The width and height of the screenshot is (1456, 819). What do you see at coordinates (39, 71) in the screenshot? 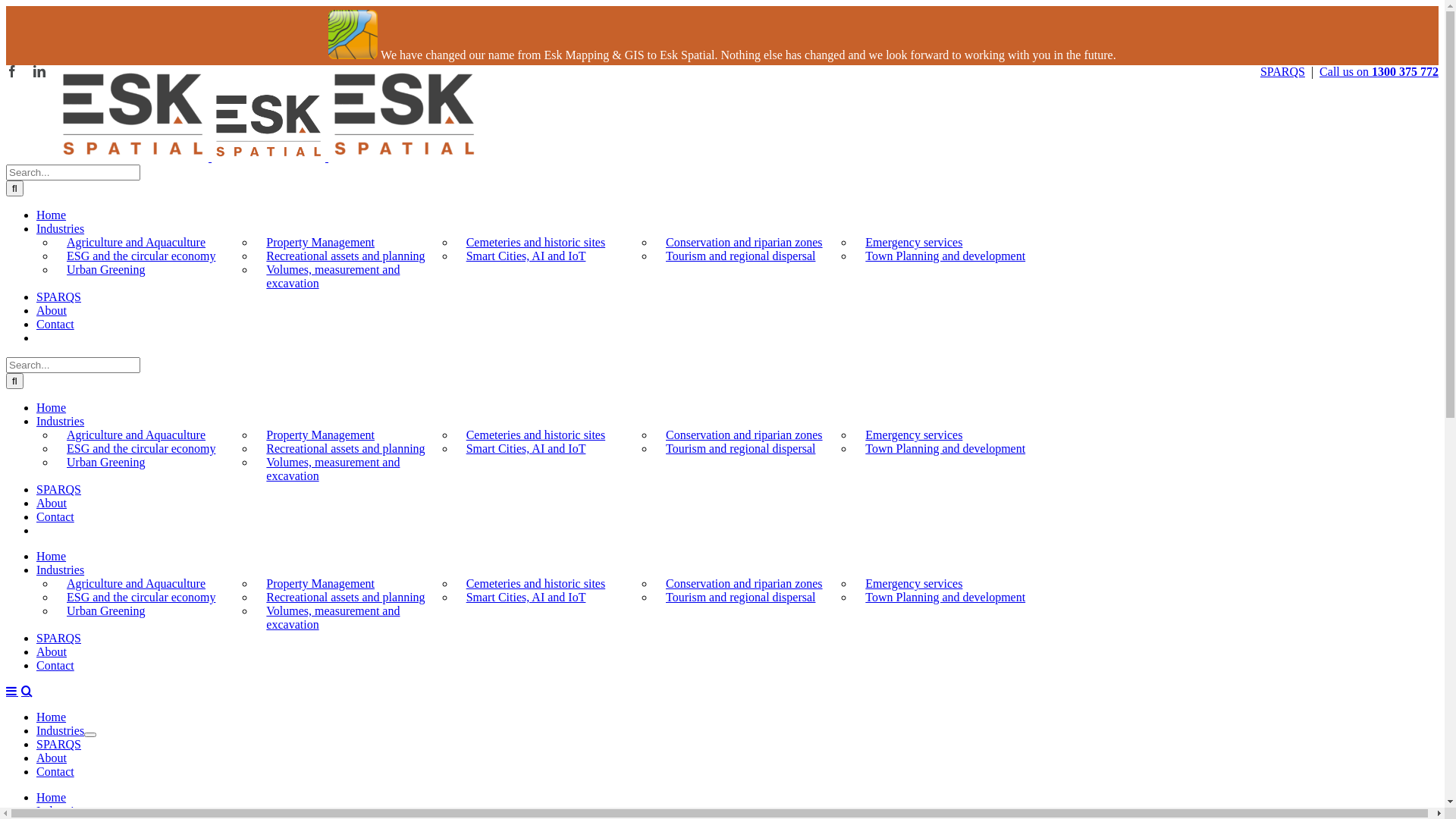
I see `'LinkedIn'` at bounding box center [39, 71].